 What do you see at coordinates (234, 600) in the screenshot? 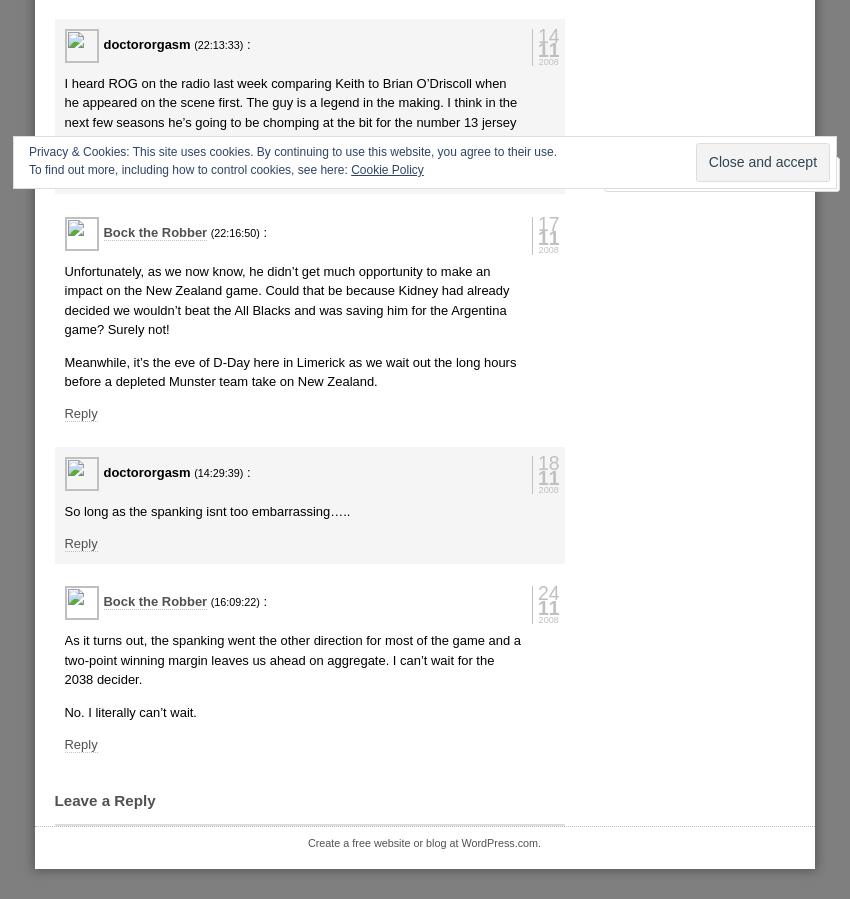
I see `'(16:09:22)'` at bounding box center [234, 600].